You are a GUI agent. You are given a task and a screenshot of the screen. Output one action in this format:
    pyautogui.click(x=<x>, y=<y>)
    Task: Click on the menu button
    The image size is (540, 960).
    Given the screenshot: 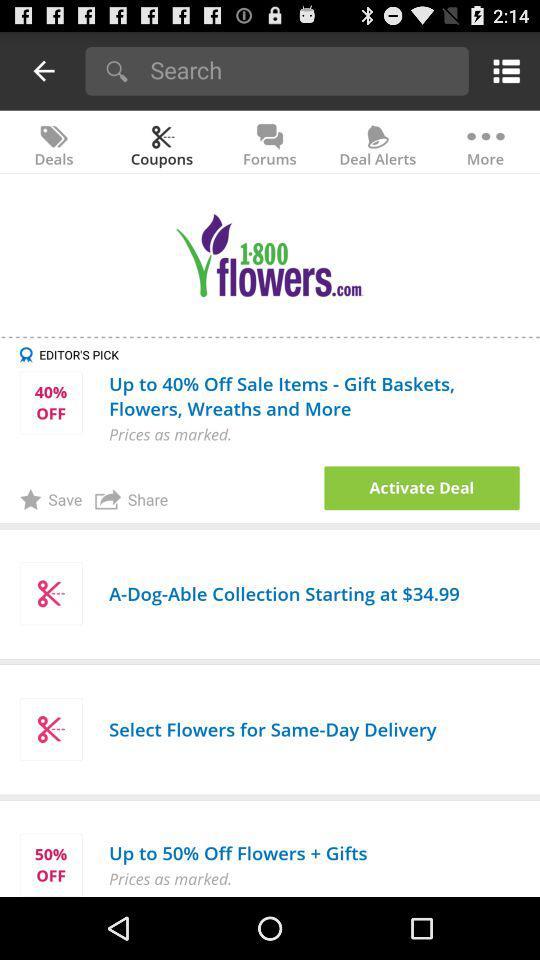 What is the action you would take?
    pyautogui.click(x=502, y=70)
    